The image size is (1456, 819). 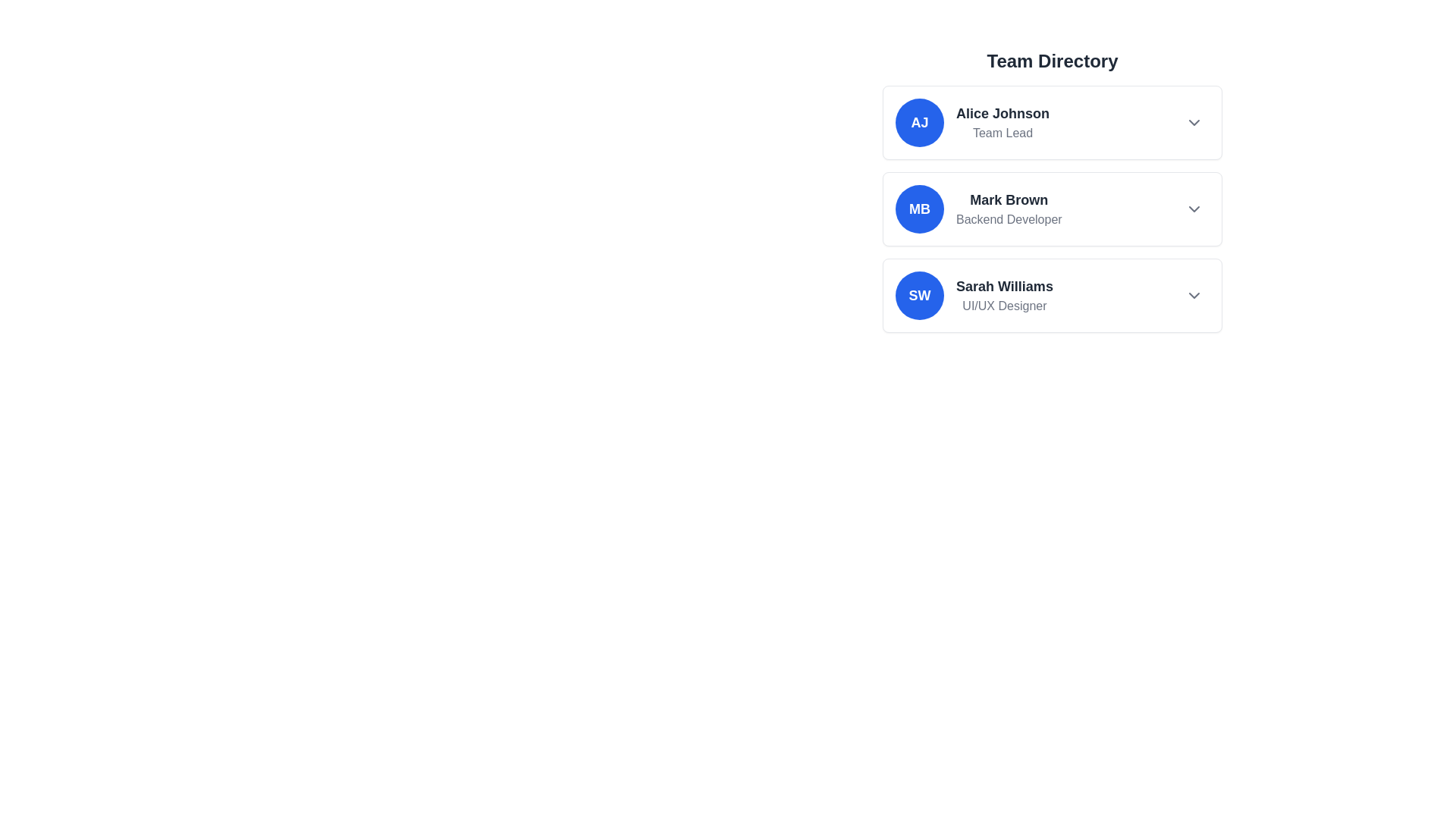 I want to click on text information block displaying the name and role of Alice Johnson, Team Lead, located in the top section of the team directory list, so click(x=1003, y=122).